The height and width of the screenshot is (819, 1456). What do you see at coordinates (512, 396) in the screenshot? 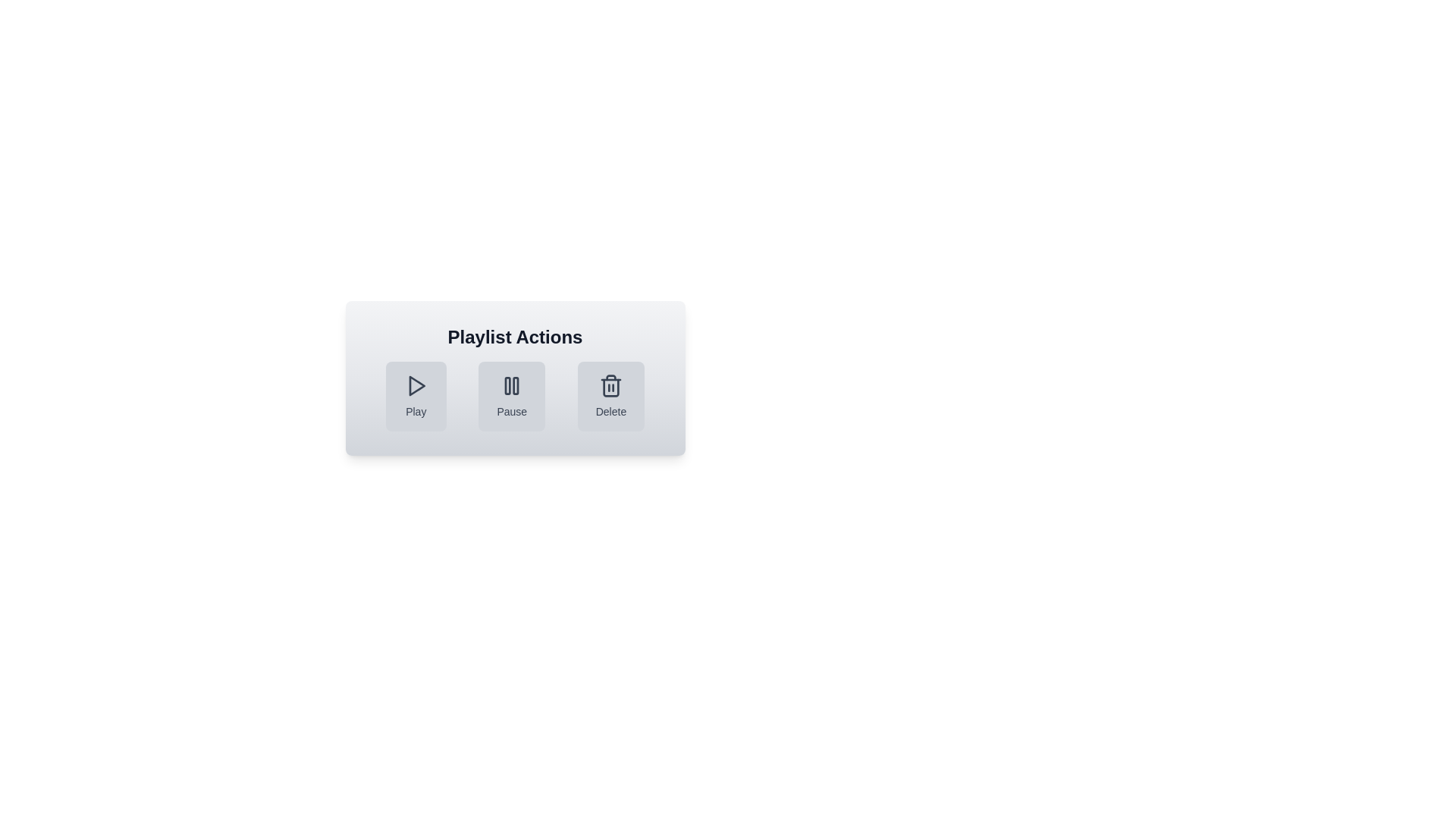
I see `the Pause button` at bounding box center [512, 396].